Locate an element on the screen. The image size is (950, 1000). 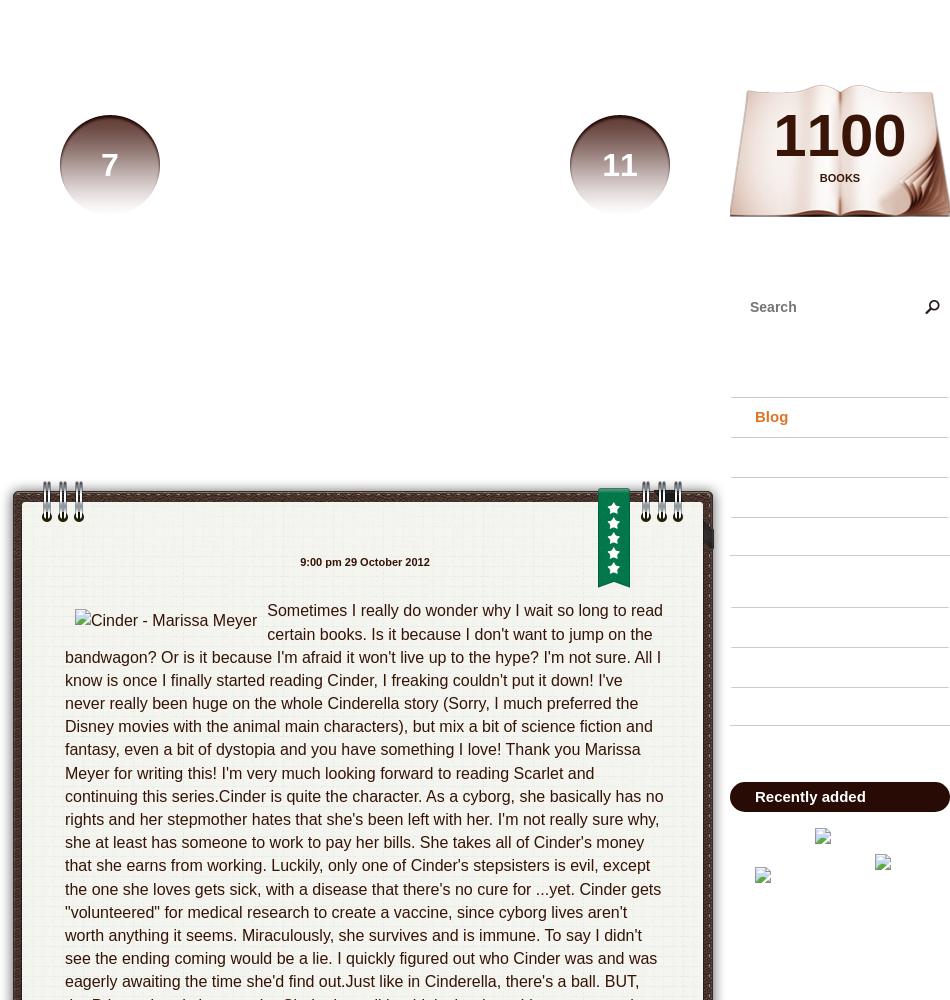
'Shelf' is located at coordinates (772, 455).